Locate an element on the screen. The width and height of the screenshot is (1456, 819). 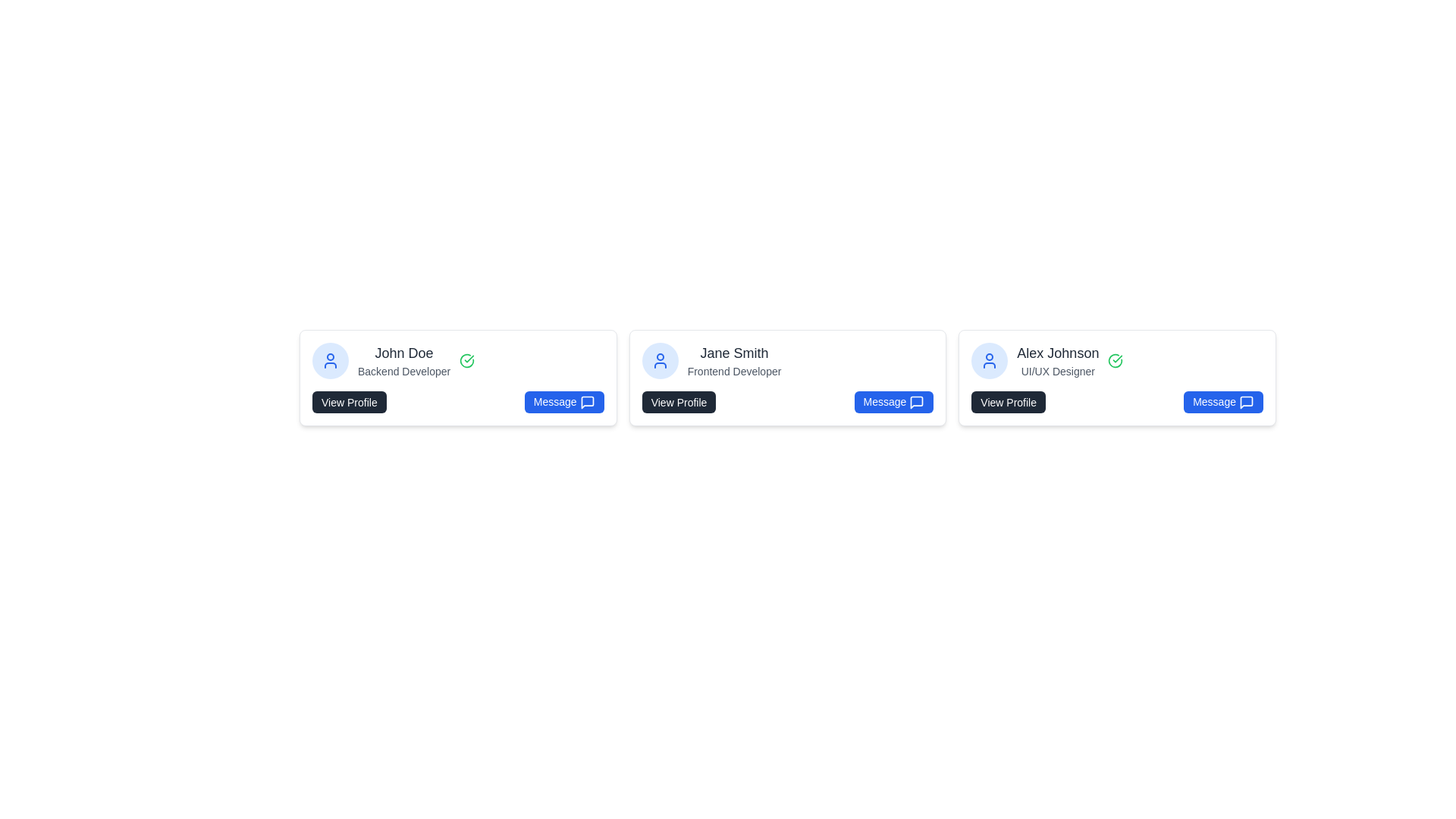
the 'Backend Developer' label located below the 'John Doe' text in the user profile card is located at coordinates (404, 371).